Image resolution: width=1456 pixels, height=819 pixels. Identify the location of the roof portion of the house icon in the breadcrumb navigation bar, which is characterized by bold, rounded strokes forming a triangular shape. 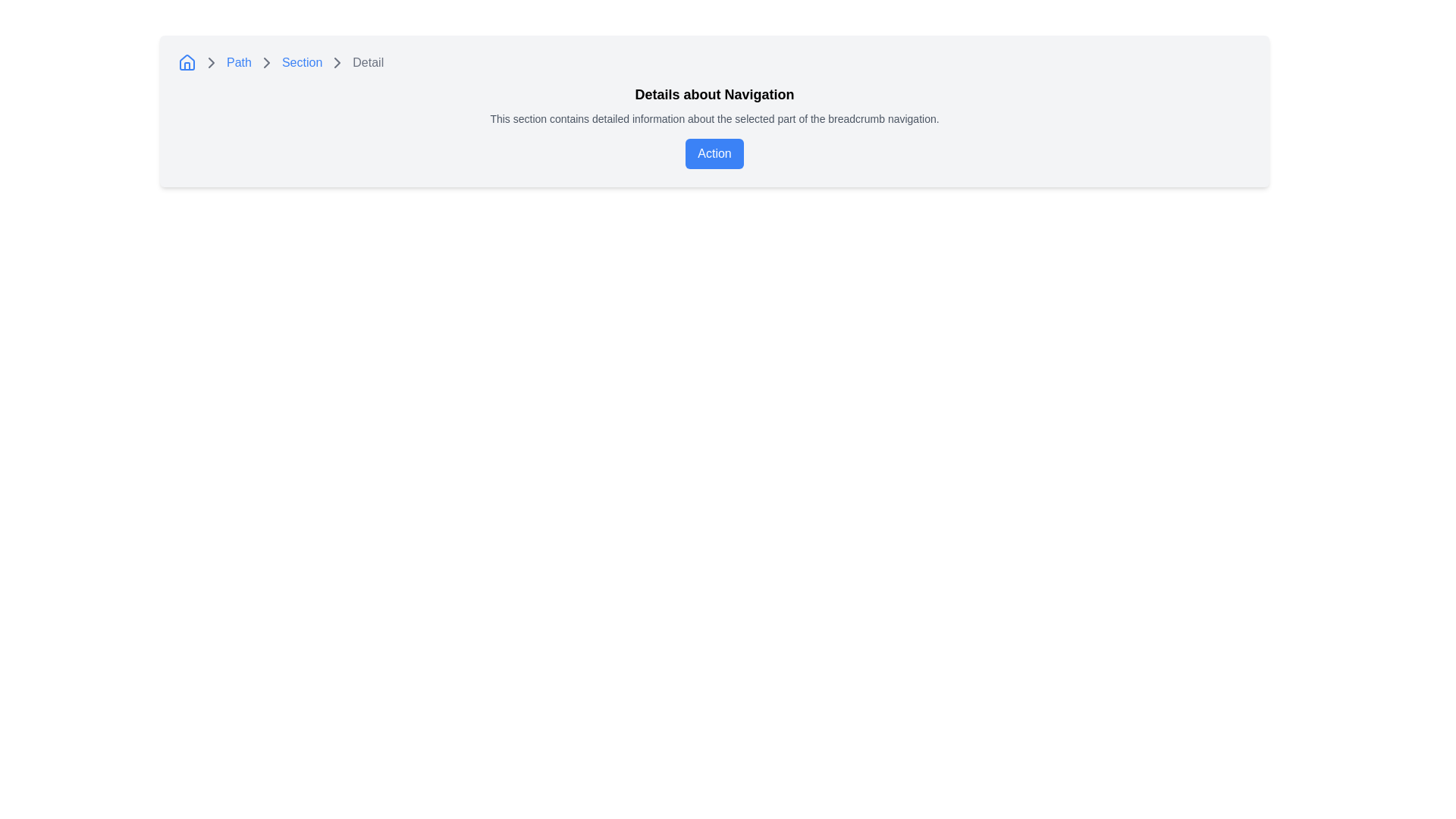
(186, 61).